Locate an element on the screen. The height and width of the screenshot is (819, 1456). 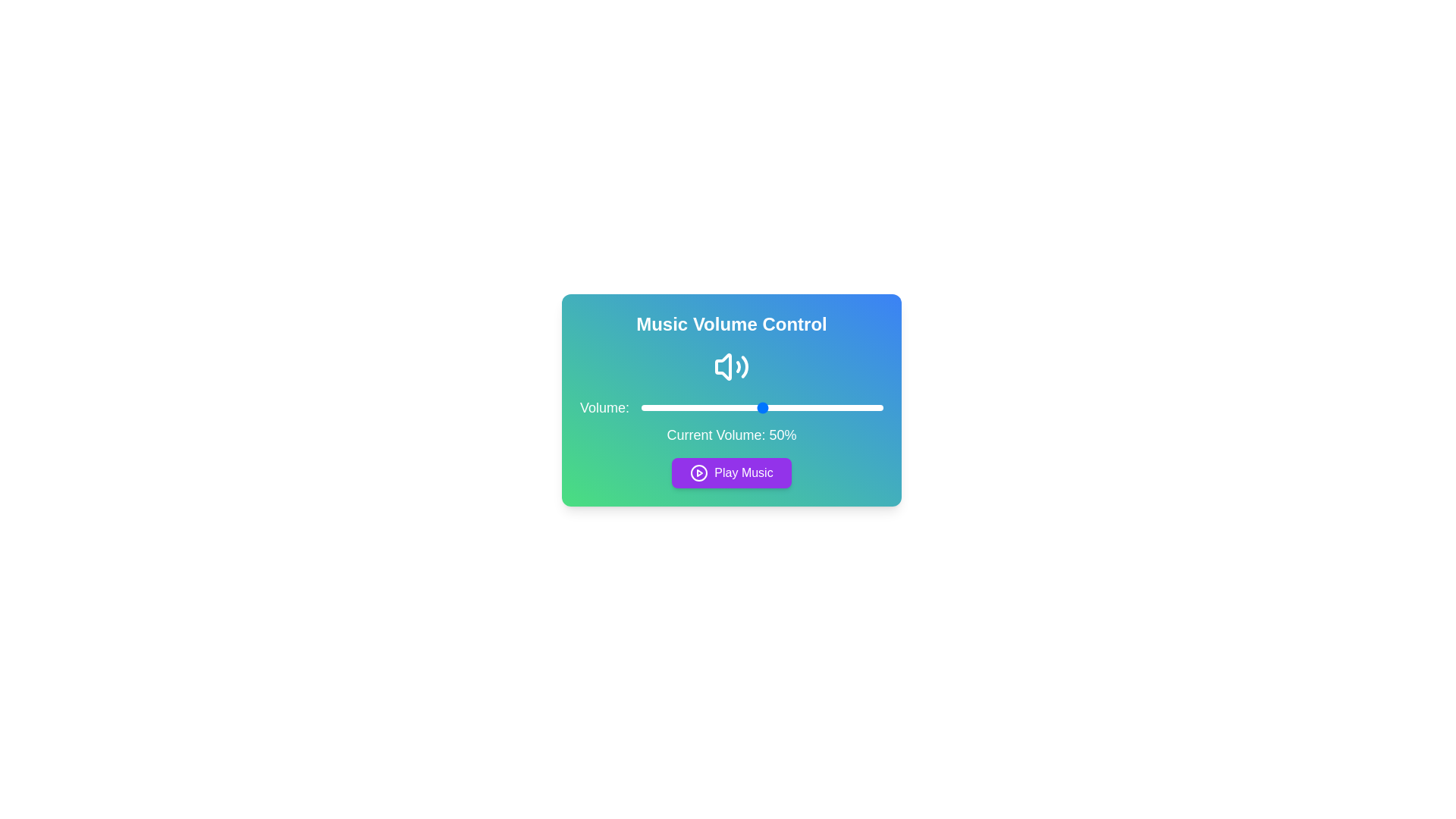
the volume slider to set the volume to 77% is located at coordinates (827, 406).